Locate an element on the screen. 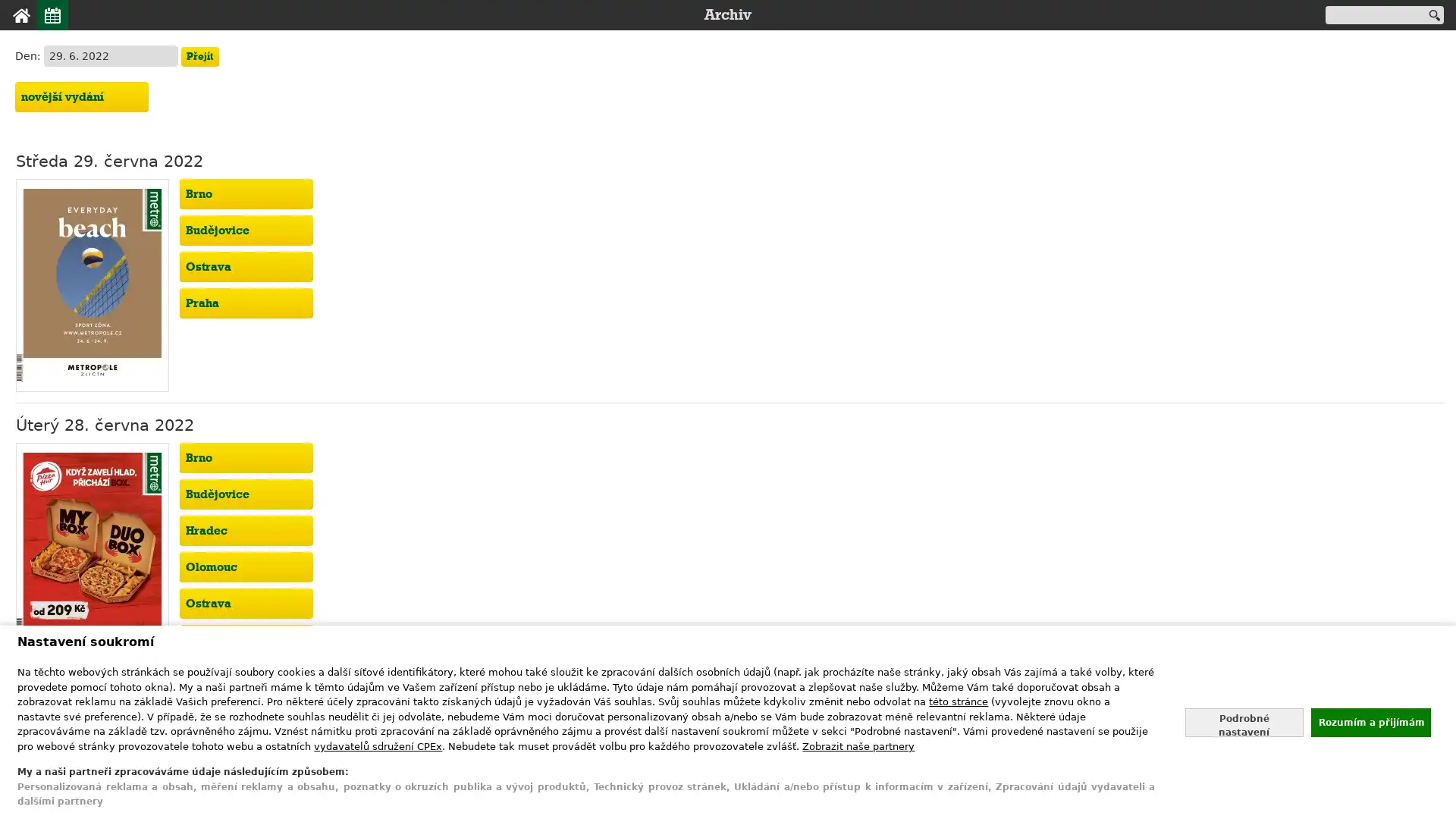 This screenshot has height=819, width=1456. Souhlasit s nasim zpracovanim udaju a zavrit is located at coordinates (1370, 721).